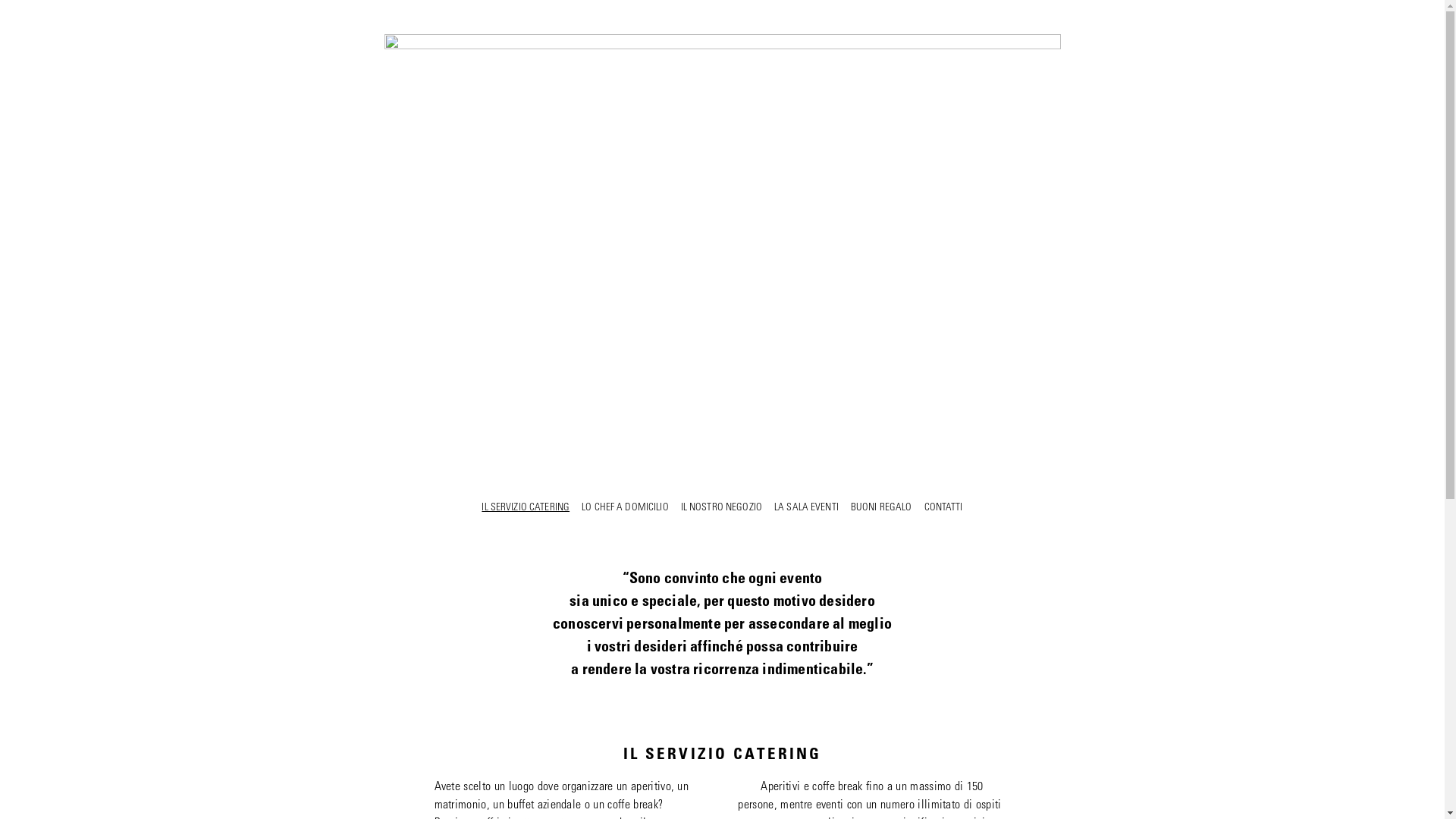 The height and width of the screenshot is (819, 1456). What do you see at coordinates (720, 44) in the screenshot?
I see `'IL SERVIZIO CATERING - Carlo Stroppini'` at bounding box center [720, 44].